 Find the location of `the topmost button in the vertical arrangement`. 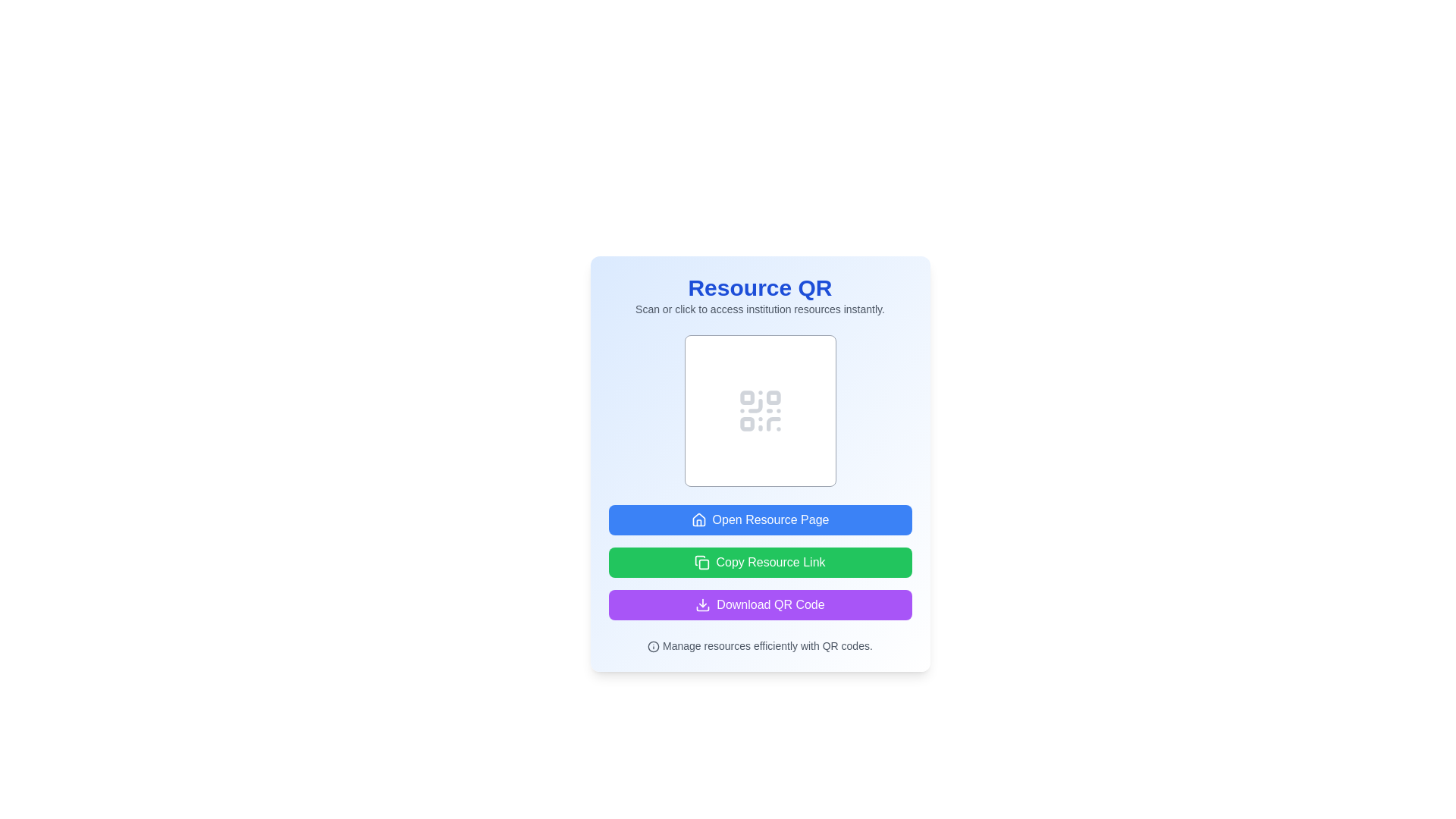

the topmost button in the vertical arrangement is located at coordinates (760, 519).